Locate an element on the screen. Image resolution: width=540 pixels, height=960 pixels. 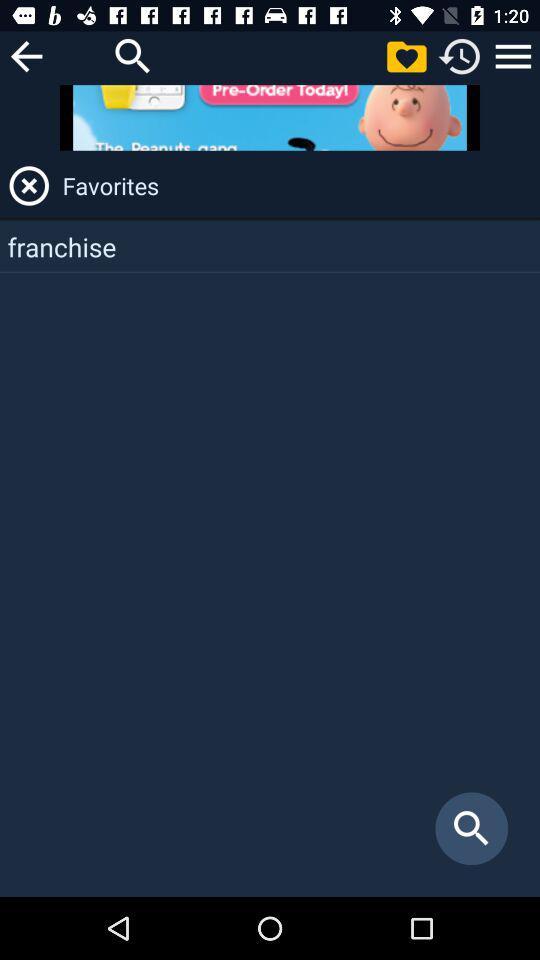
the close icon is located at coordinates (28, 185).